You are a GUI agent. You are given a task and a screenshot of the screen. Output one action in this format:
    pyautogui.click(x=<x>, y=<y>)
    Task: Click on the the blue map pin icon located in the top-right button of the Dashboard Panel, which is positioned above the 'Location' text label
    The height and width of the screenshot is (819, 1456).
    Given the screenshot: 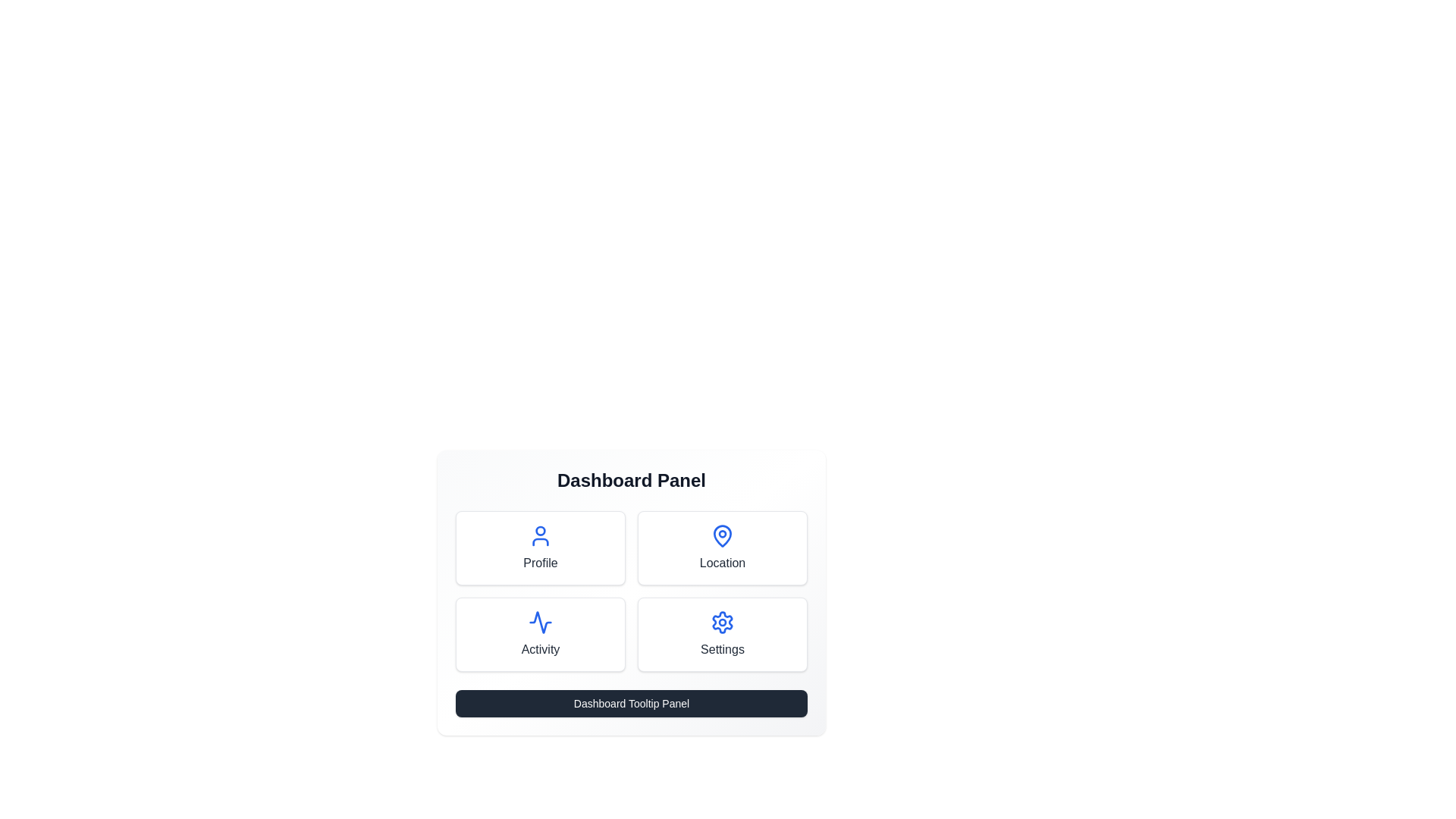 What is the action you would take?
    pyautogui.click(x=722, y=535)
    